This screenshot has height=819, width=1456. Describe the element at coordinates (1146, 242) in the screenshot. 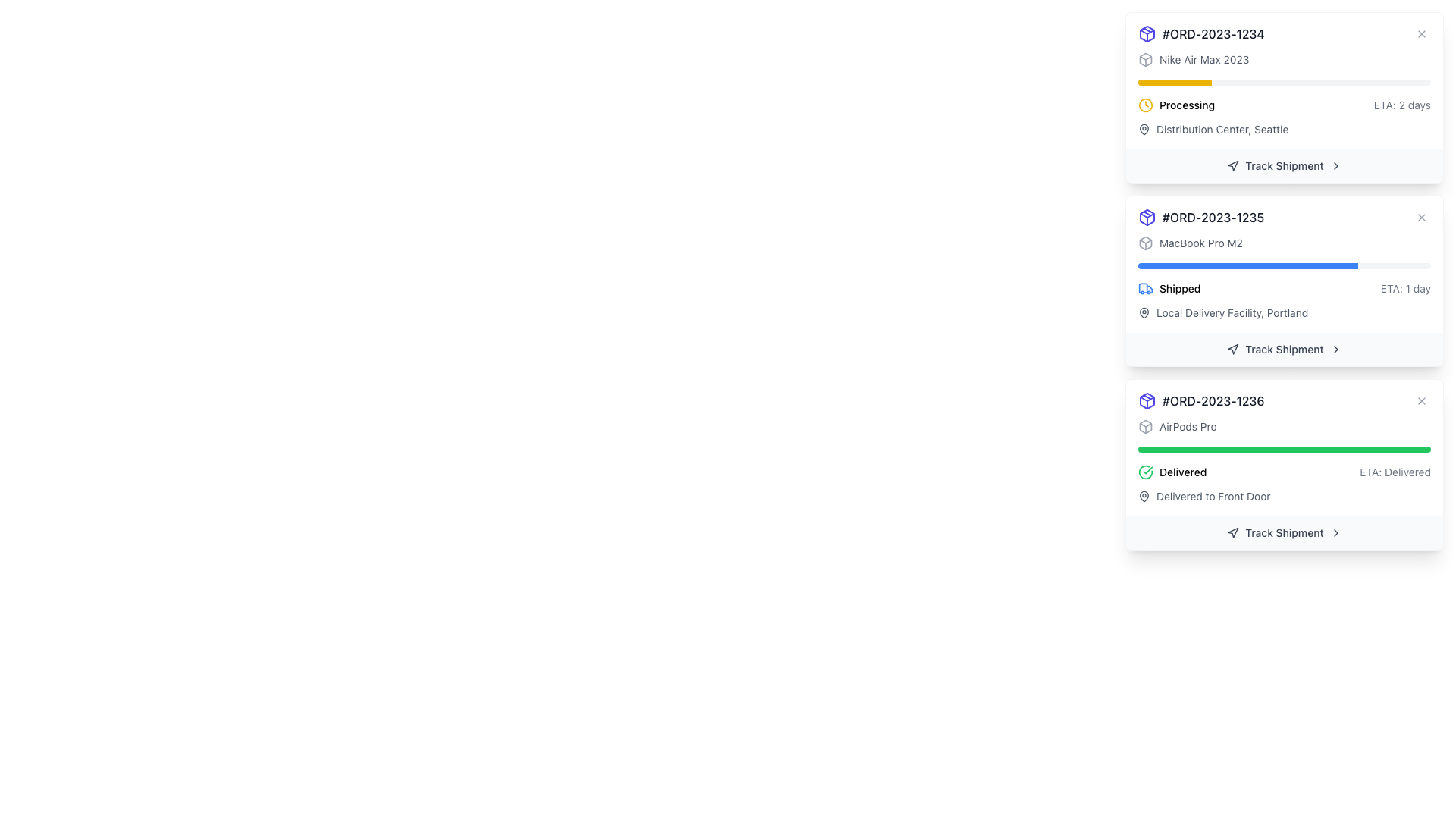

I see `graphical icon element, which is a wireframe hexagonal box located at the top left corner of the card labeled '#ORD-2023-1235'` at that location.